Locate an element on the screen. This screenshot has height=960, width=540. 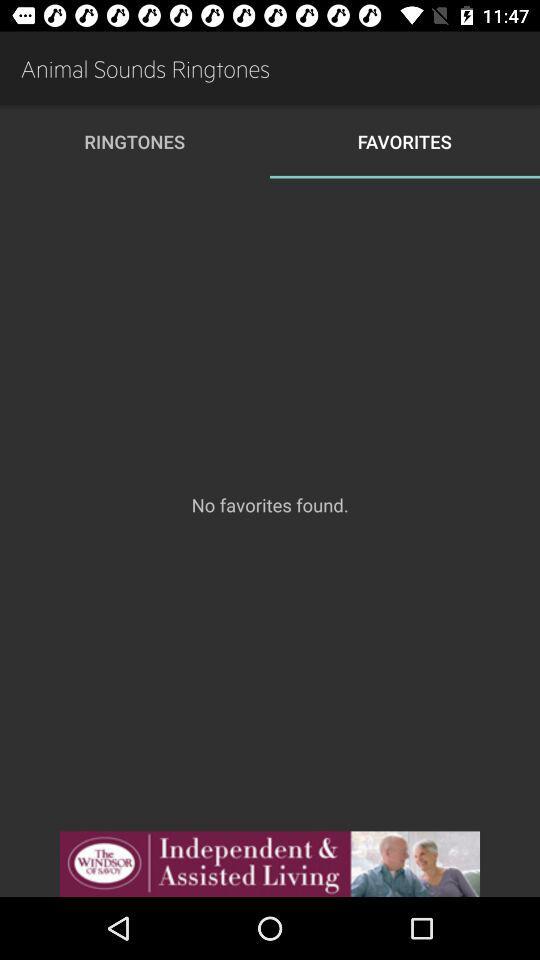
advertisement is located at coordinates (270, 863).